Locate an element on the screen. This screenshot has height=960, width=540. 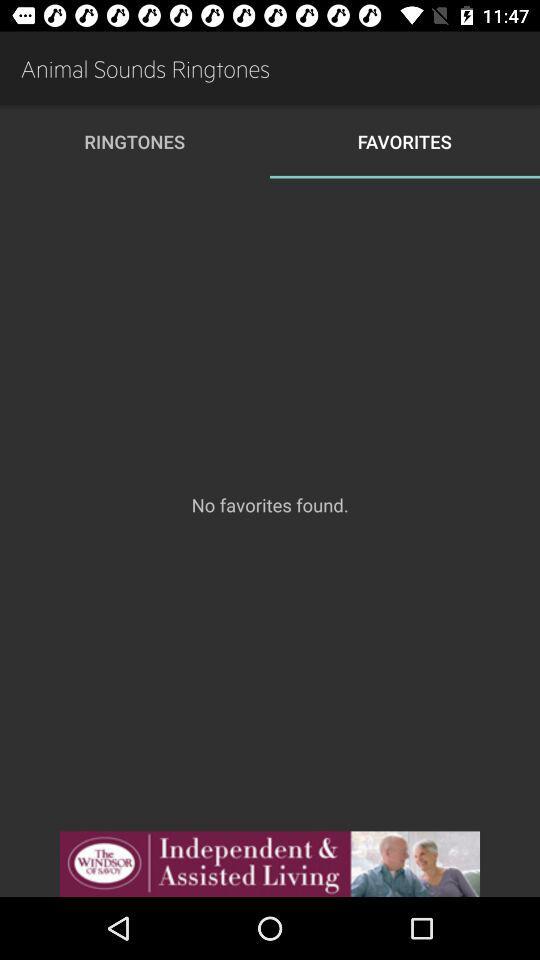
advertisement is located at coordinates (270, 863).